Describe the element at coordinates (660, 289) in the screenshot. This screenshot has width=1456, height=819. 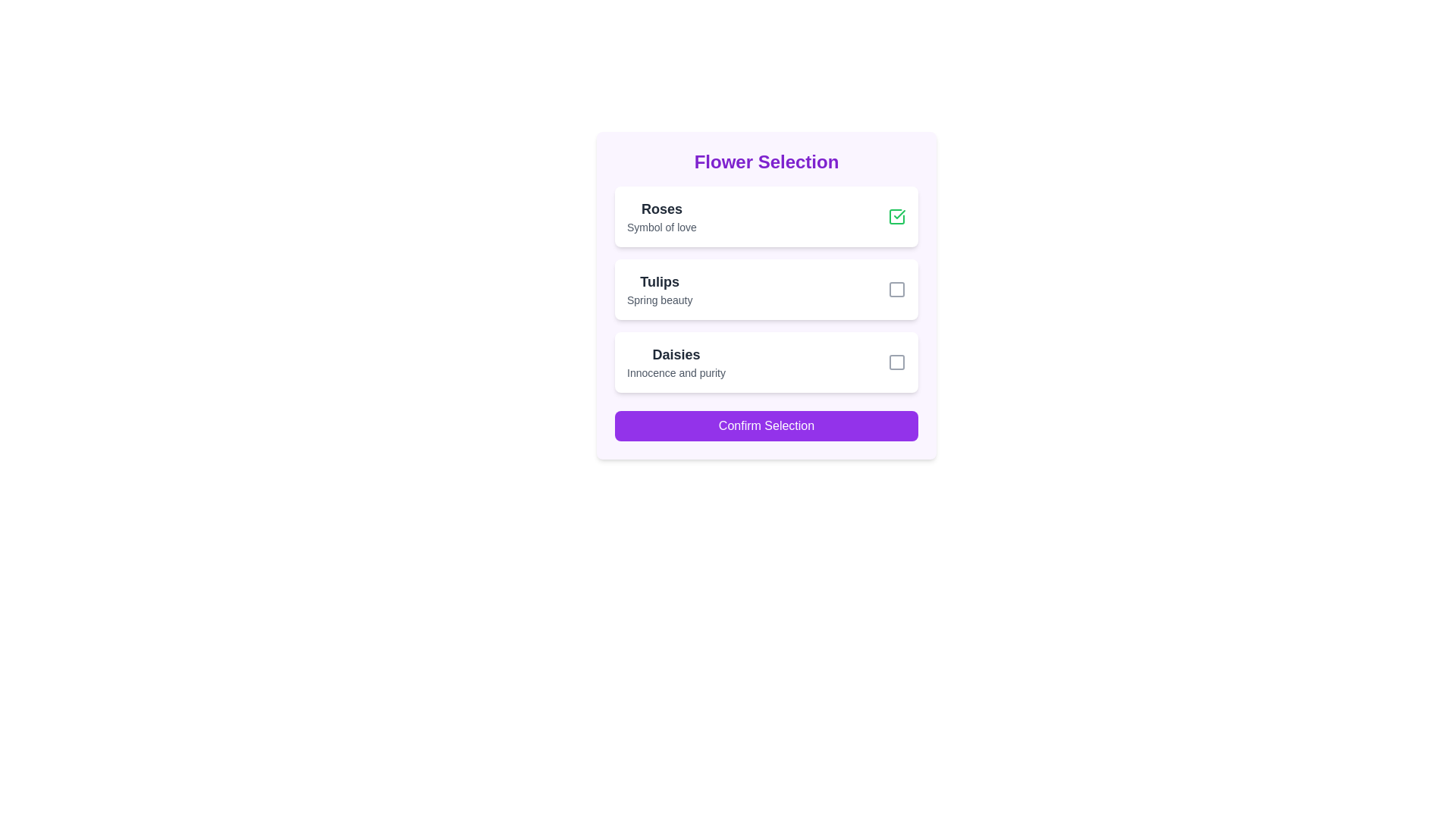
I see `text content of the text label component that displays 'Tulips' and 'Spring beauty' within the second card of the 'Flower Selection' list` at that location.